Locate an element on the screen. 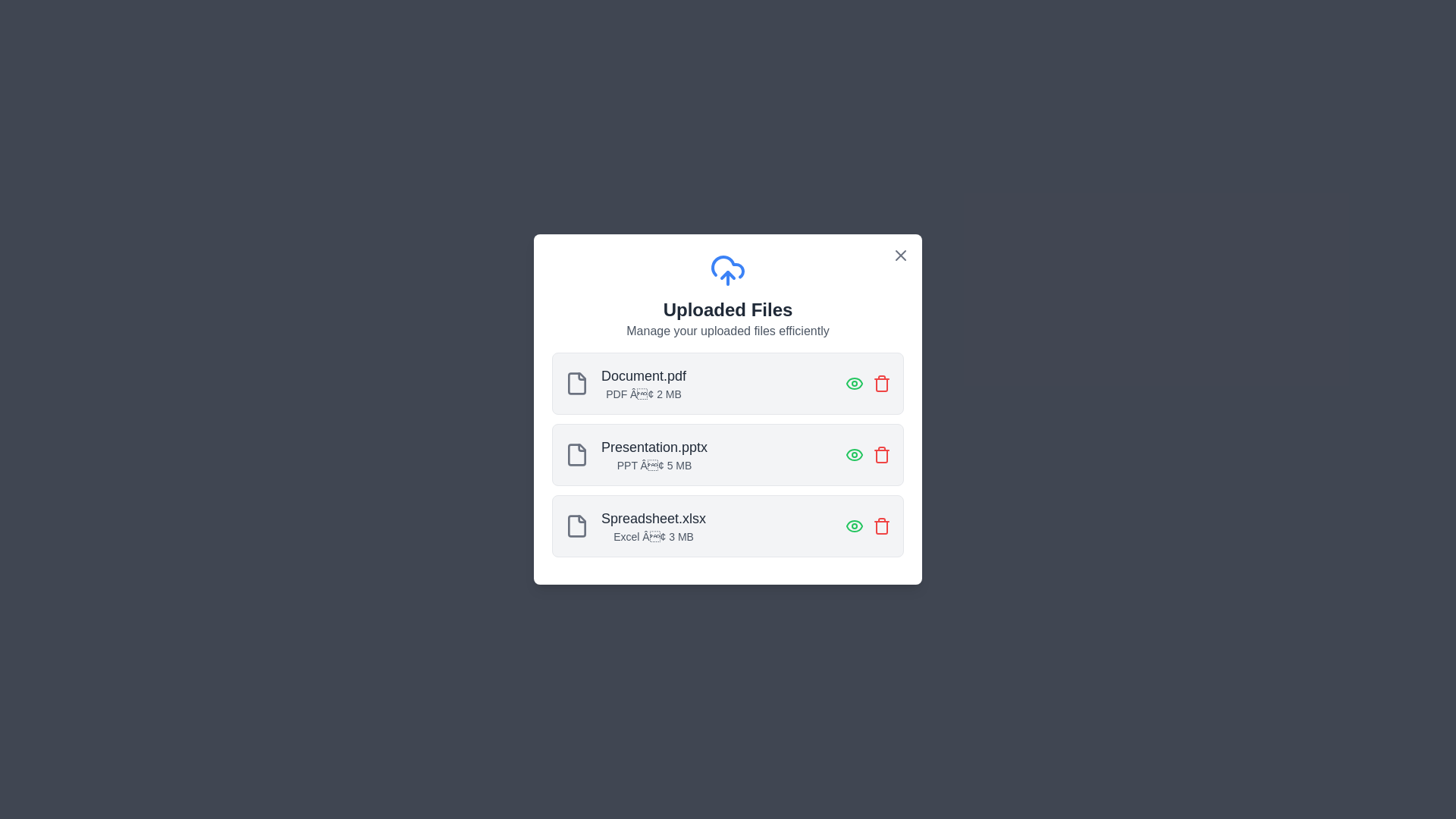 This screenshot has width=1456, height=819. the File summary display element showing 'Document.pdf' in bold text, which is the first item in the list of uploaded files is located at coordinates (626, 382).